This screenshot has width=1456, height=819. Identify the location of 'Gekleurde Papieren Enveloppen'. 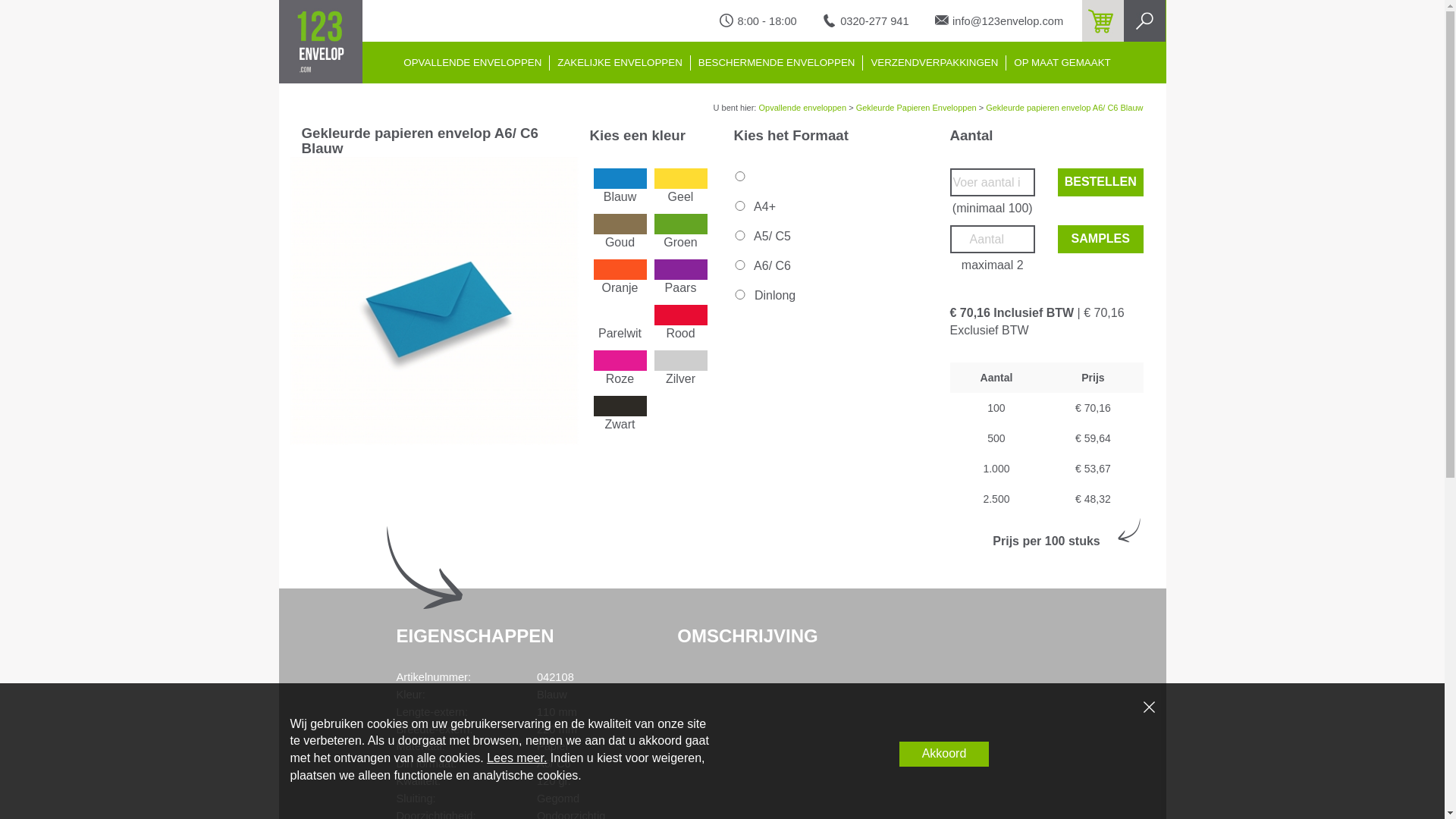
(915, 107).